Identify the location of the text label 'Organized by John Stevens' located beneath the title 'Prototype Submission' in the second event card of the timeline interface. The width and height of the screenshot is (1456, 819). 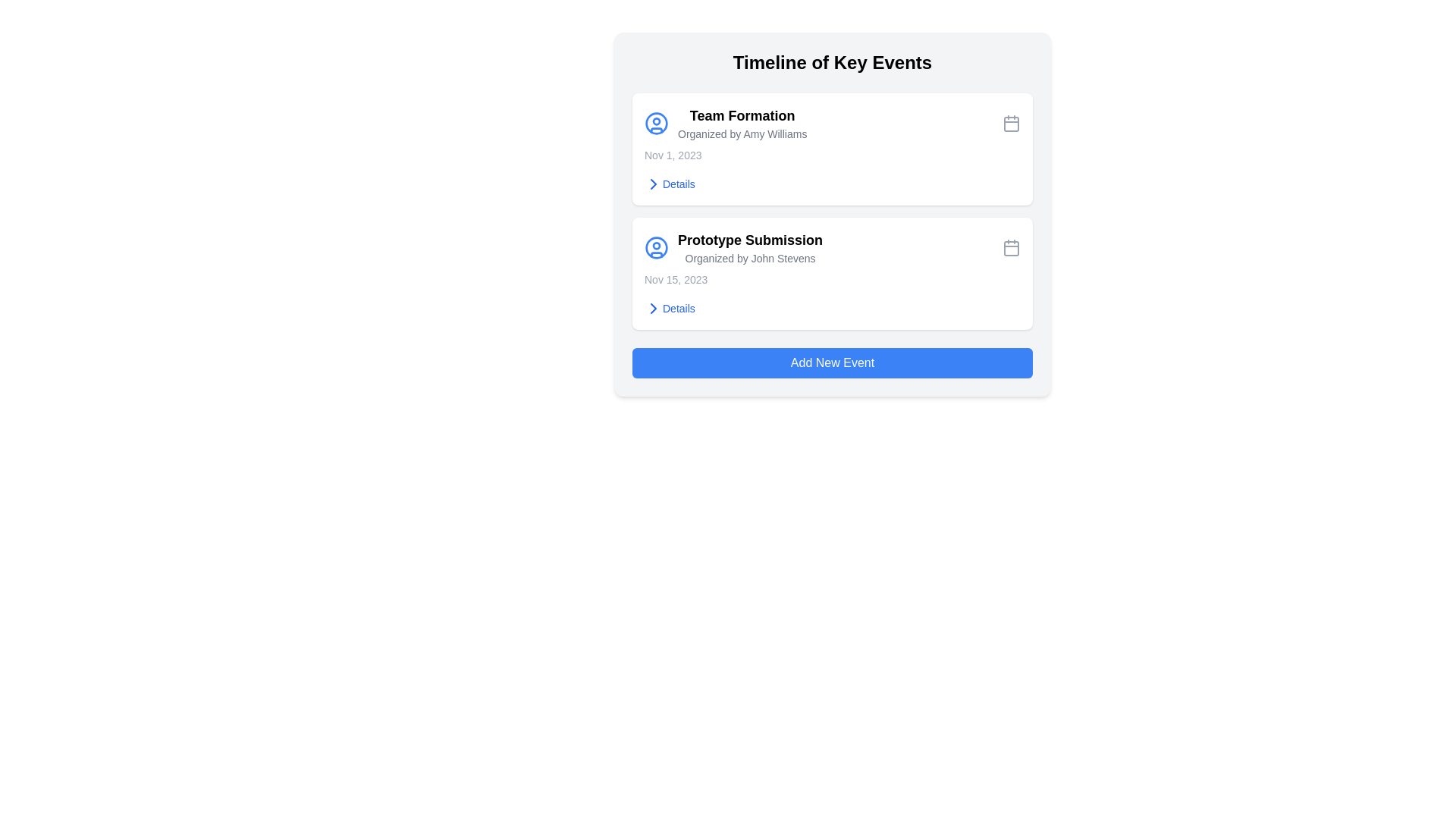
(750, 257).